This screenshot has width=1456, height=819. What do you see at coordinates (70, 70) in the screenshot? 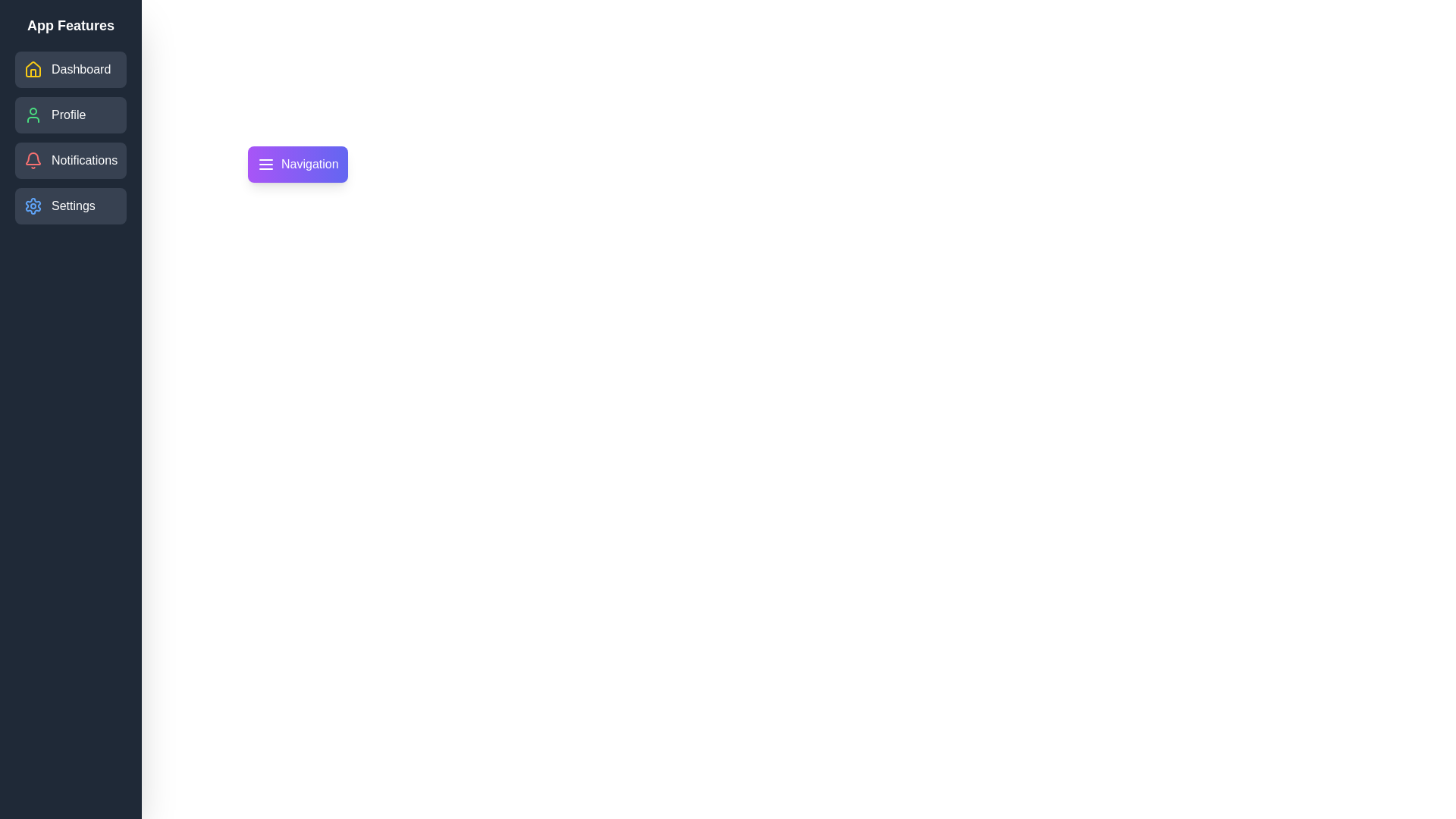
I see `the 'Dashboard' button in the drawer` at bounding box center [70, 70].